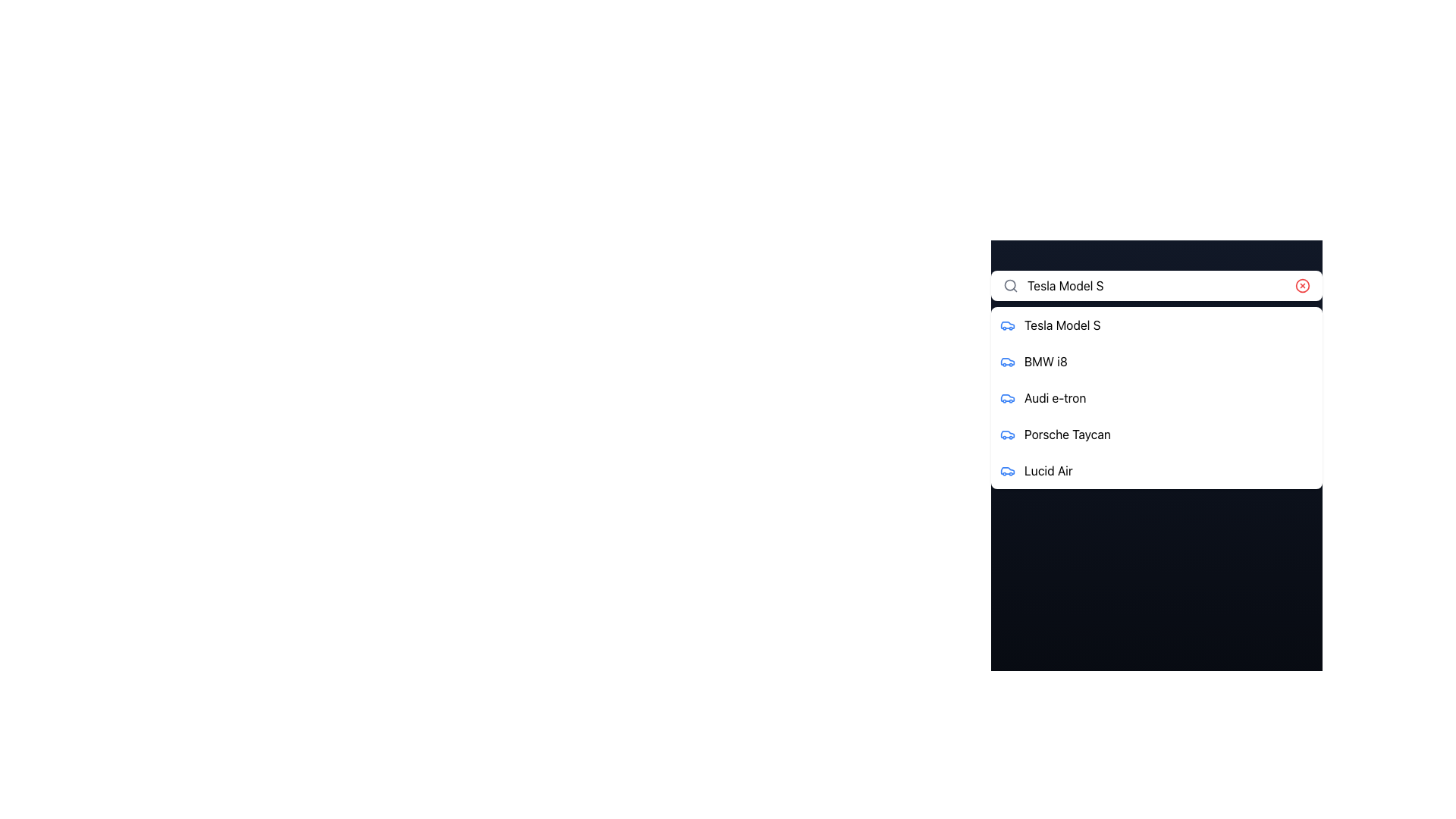 The width and height of the screenshot is (1456, 819). Describe the element at coordinates (1302, 286) in the screenshot. I see `the clear button located at the rightmost side of the input field` at that location.